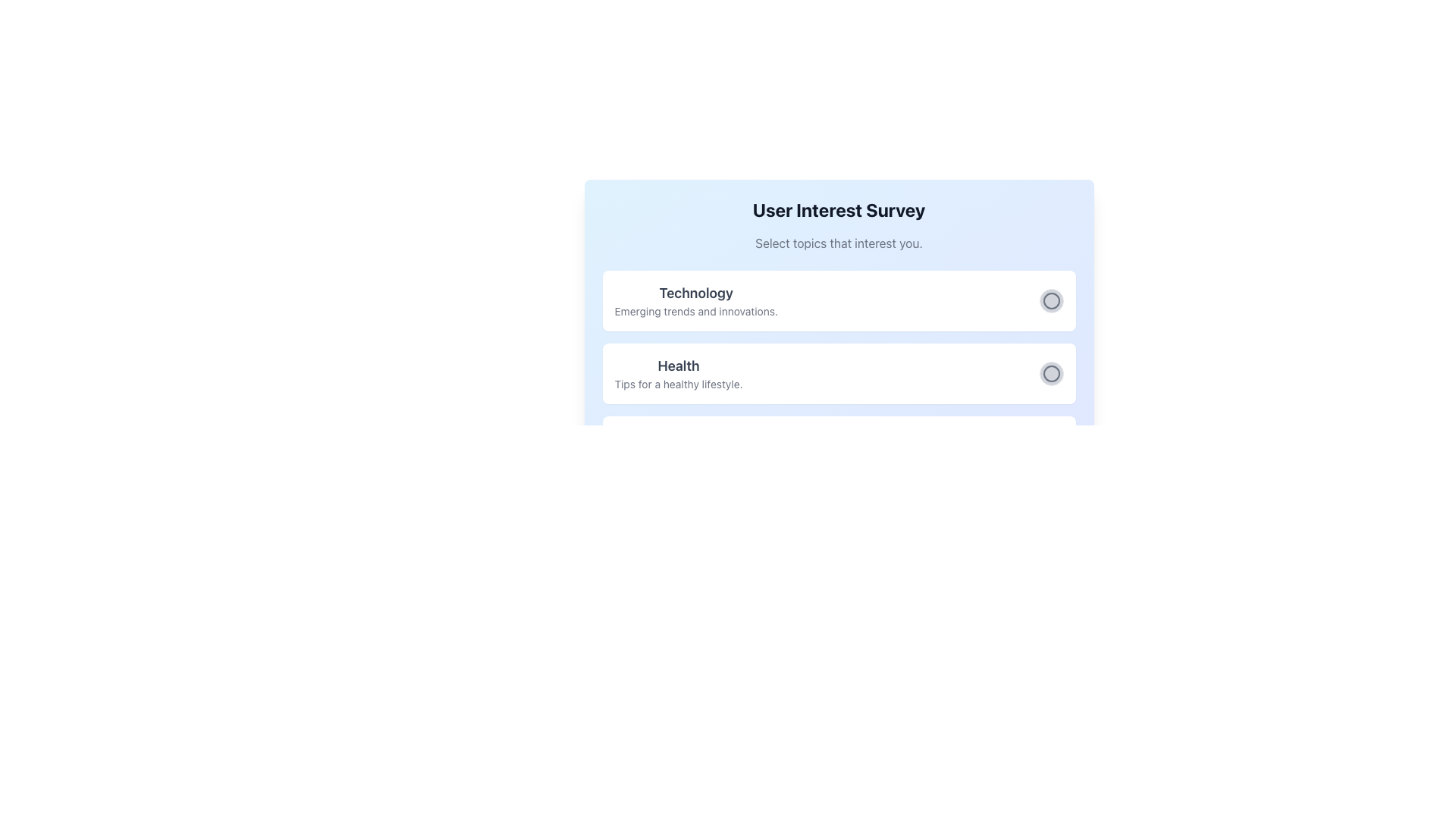 This screenshot has width=1456, height=819. What do you see at coordinates (1050, 301) in the screenshot?
I see `the styled radio button next to the 'Technology' option in the first list item of the vertical selection menu` at bounding box center [1050, 301].